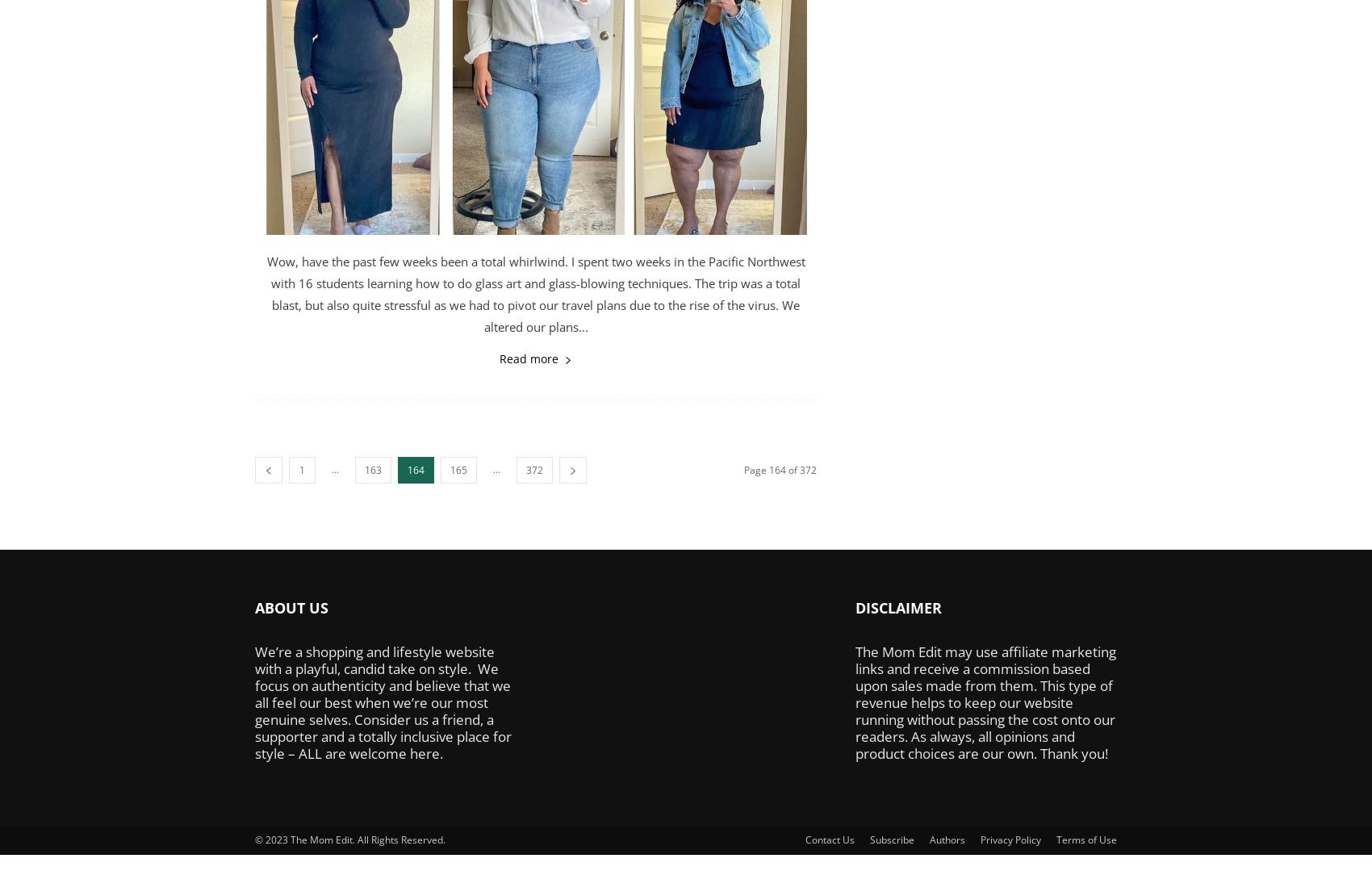 The width and height of the screenshot is (1372, 871). I want to click on '163', so click(373, 470).